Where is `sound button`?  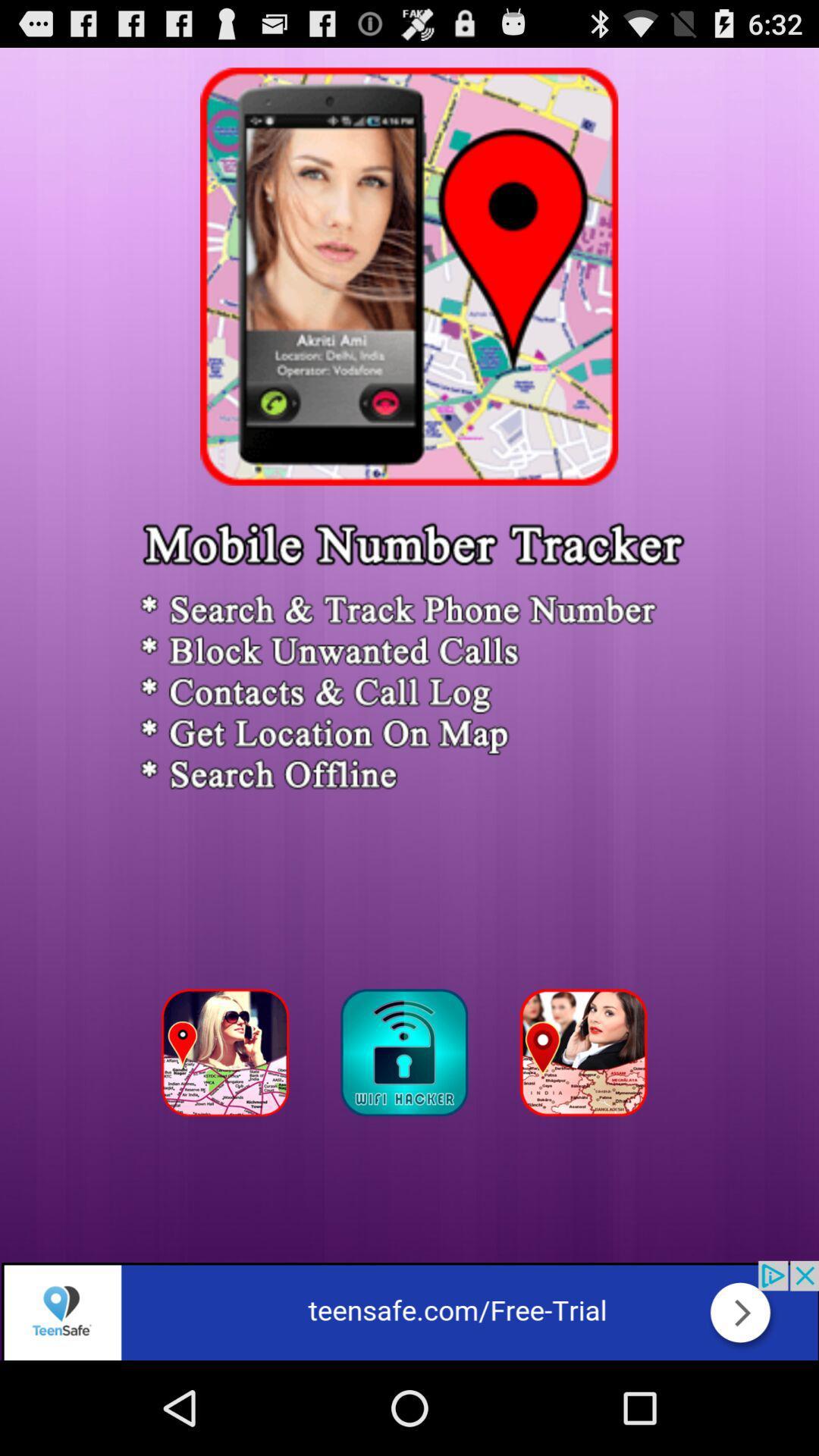 sound button is located at coordinates (408, 1056).